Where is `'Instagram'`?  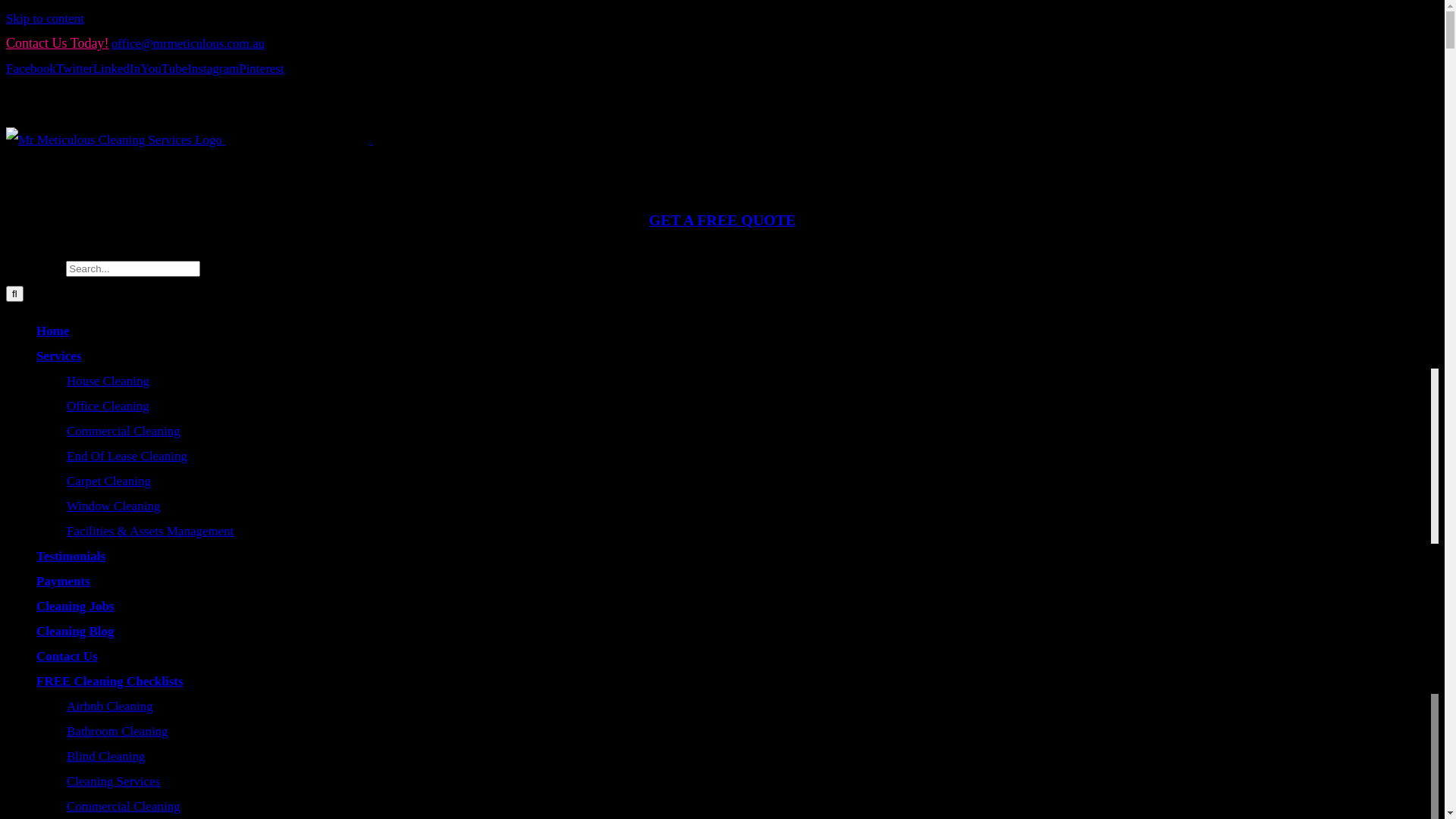 'Instagram' is located at coordinates (212, 68).